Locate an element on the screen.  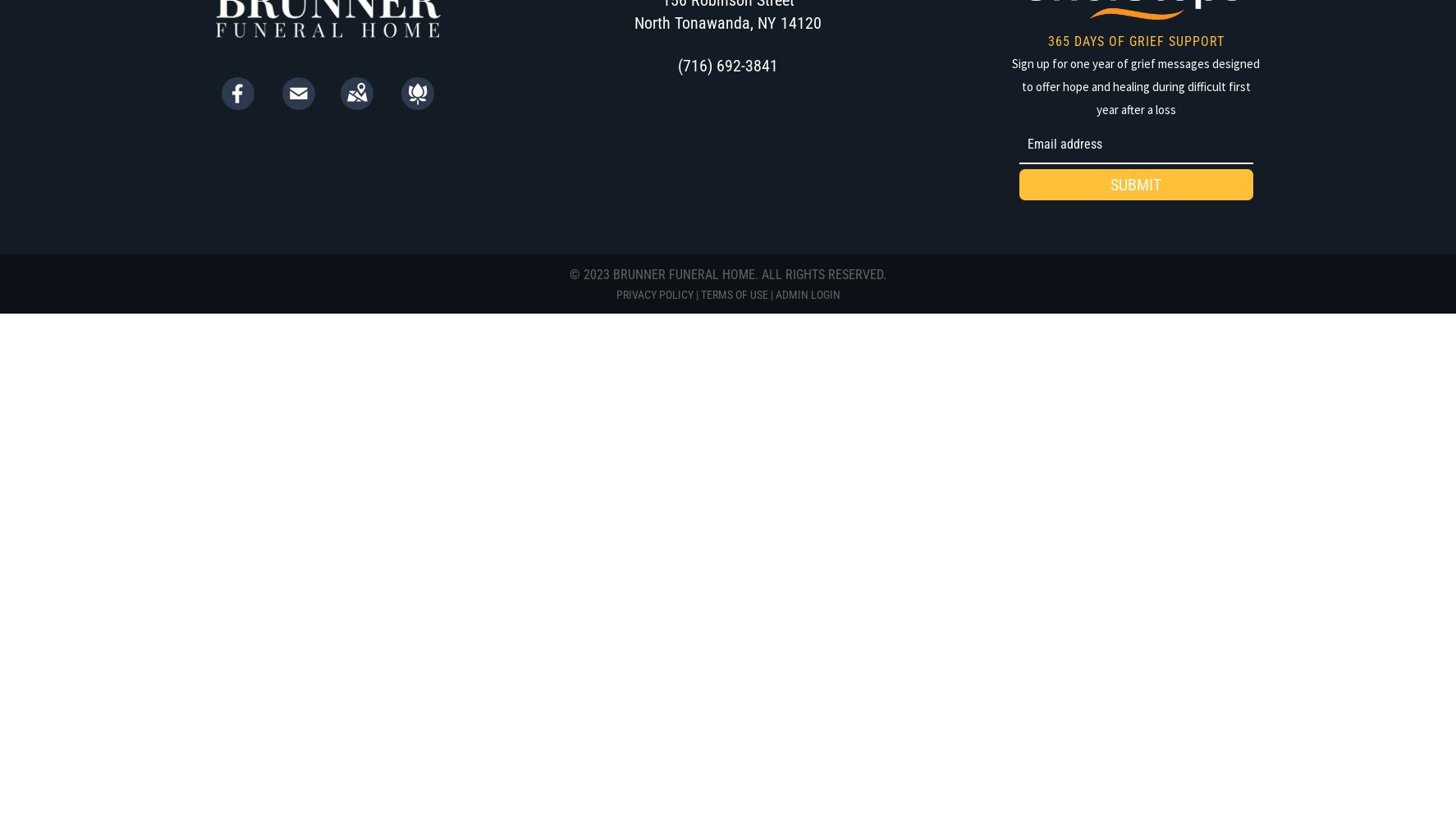
'Sign up for one year of grief messages designed to offer hope and healing during difficult first year after a loss' is located at coordinates (1136, 85).